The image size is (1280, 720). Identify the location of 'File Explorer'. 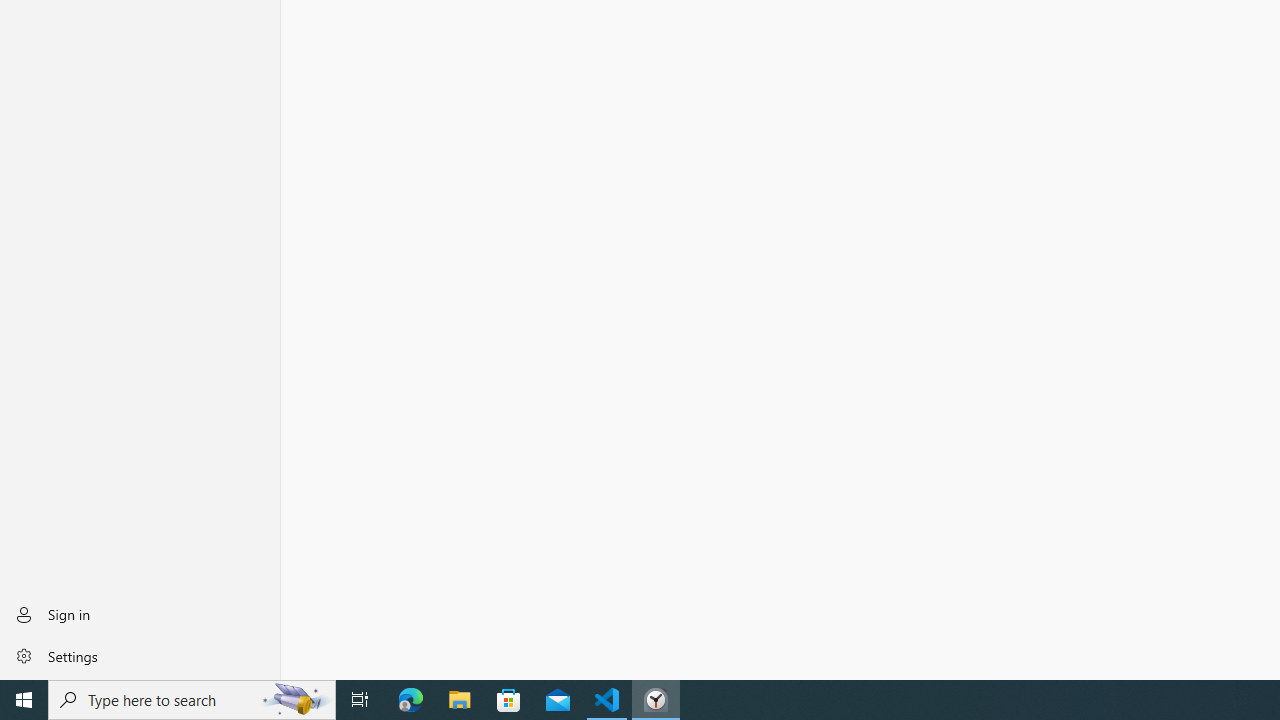
(459, 698).